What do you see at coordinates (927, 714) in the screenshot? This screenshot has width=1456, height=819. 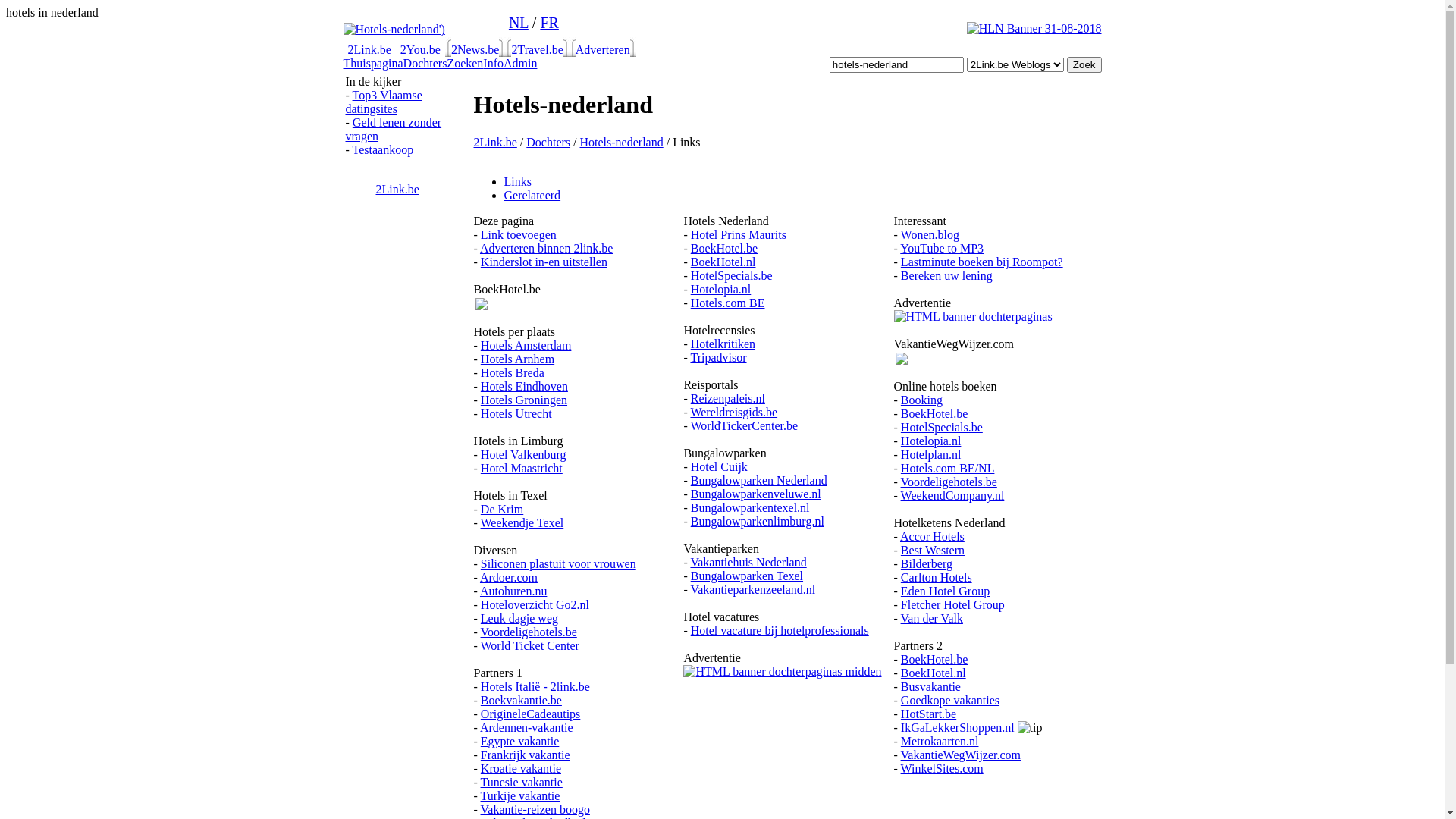 I see `'HotStart.be'` at bounding box center [927, 714].